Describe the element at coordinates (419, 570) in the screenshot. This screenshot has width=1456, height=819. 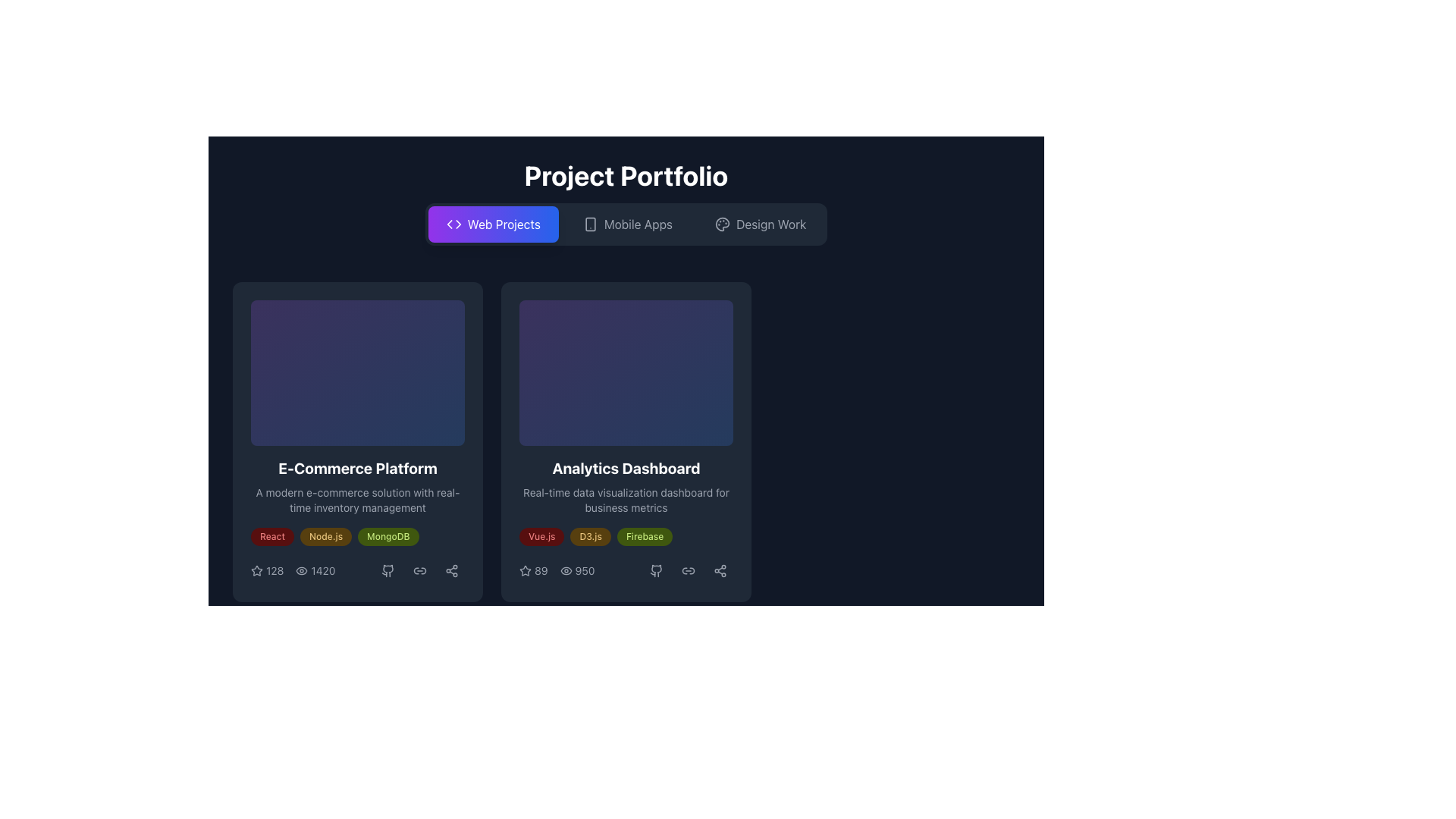
I see `the SVG link icon located in the bottom-right corner of the 'E-Commerce Platform' card` at that location.